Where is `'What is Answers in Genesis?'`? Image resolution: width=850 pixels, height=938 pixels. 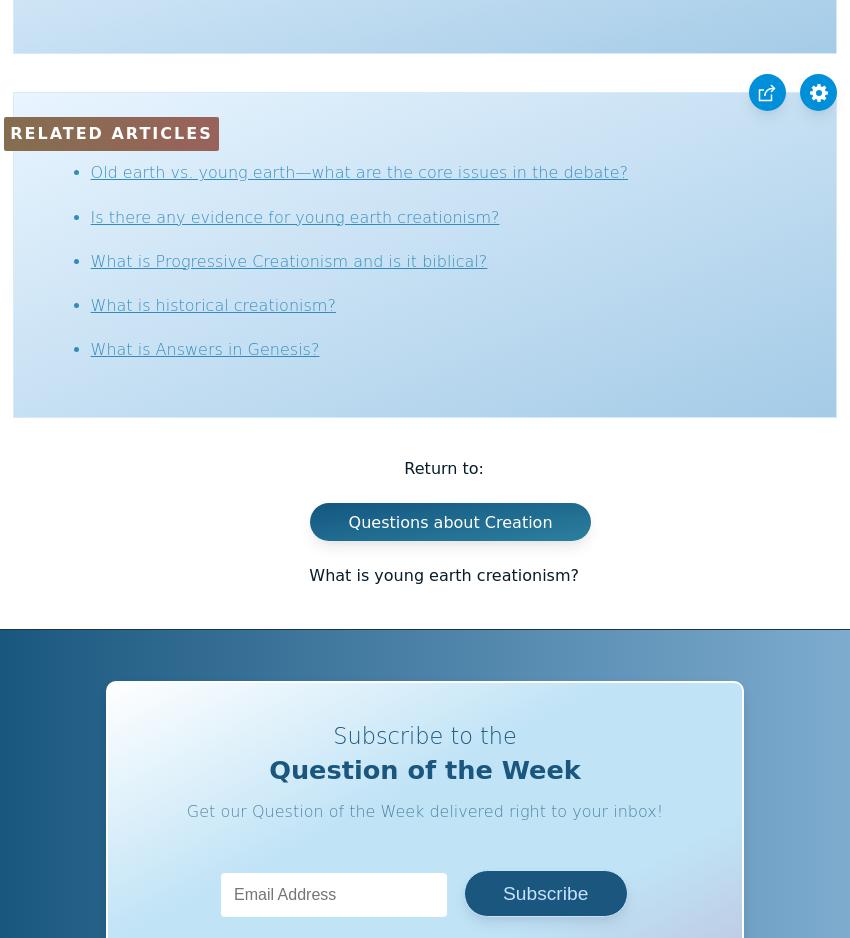
'What is Answers in Genesis?' is located at coordinates (203, 348).